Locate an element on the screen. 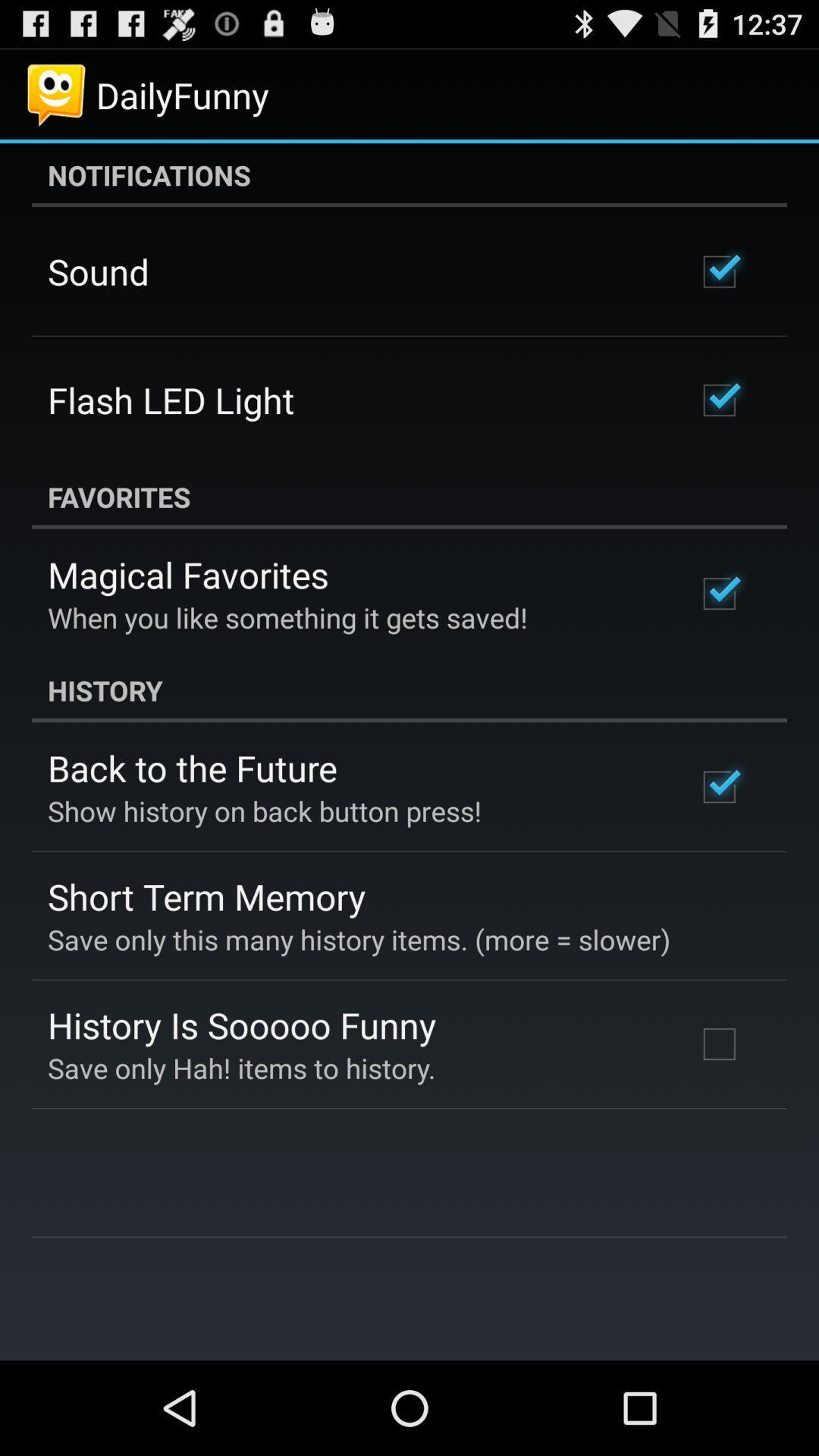  the flash led light is located at coordinates (171, 400).